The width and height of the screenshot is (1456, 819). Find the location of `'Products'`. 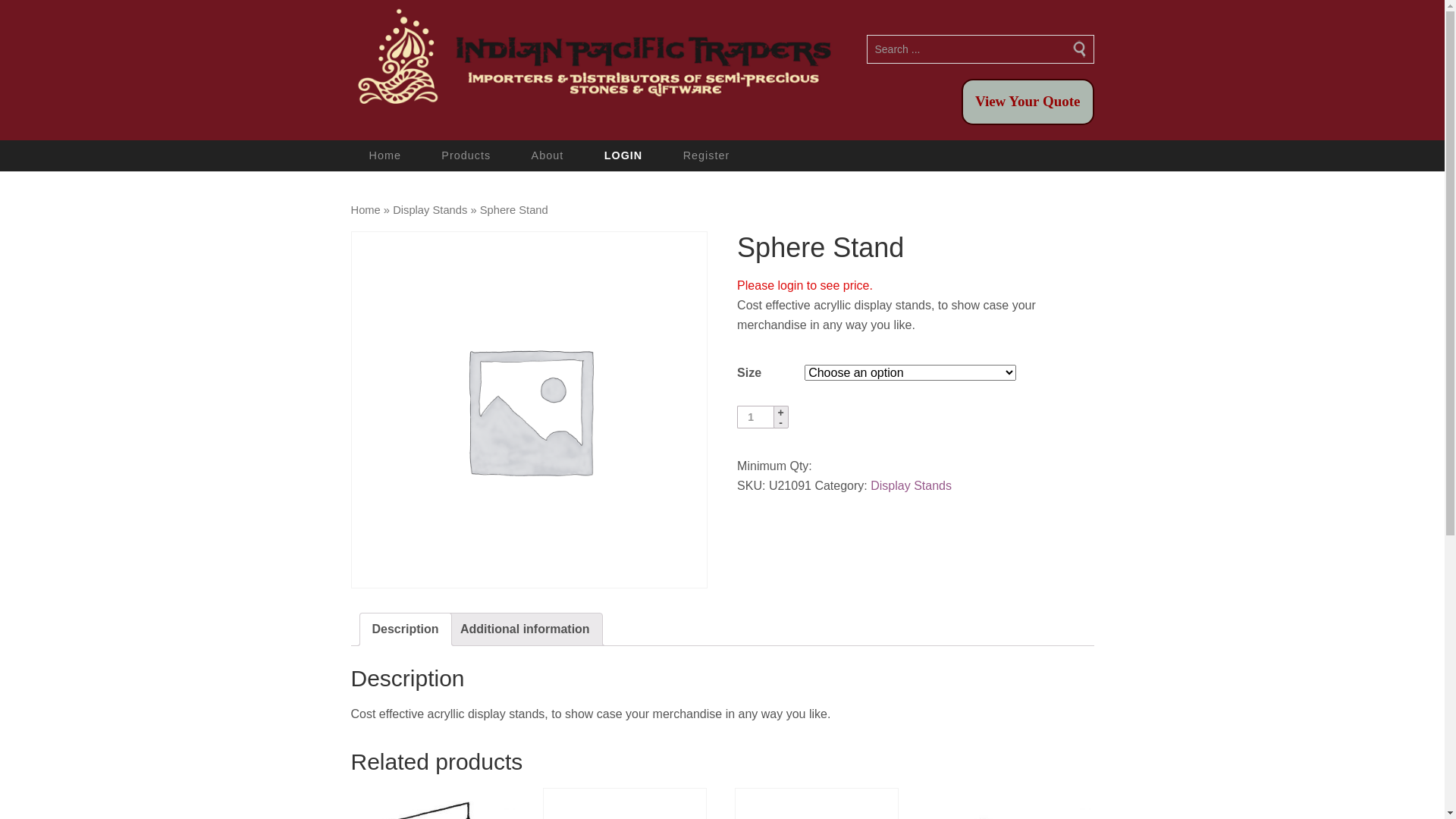

'Products' is located at coordinates (465, 155).